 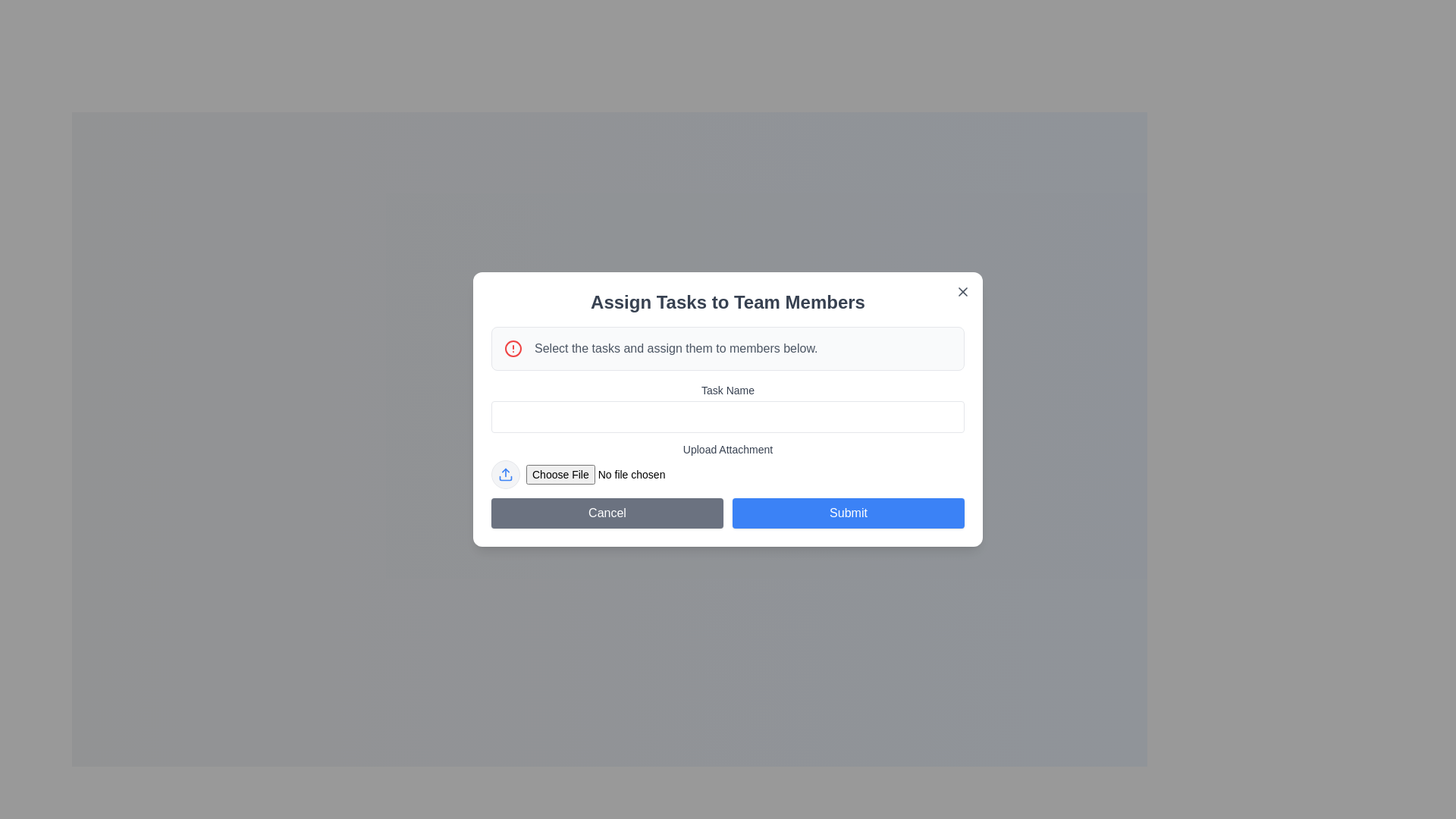 What do you see at coordinates (962, 292) in the screenshot?
I see `the close button, which is a small gray 'X' icon located in the top-right corner of the modal dialog, to change its color` at bounding box center [962, 292].